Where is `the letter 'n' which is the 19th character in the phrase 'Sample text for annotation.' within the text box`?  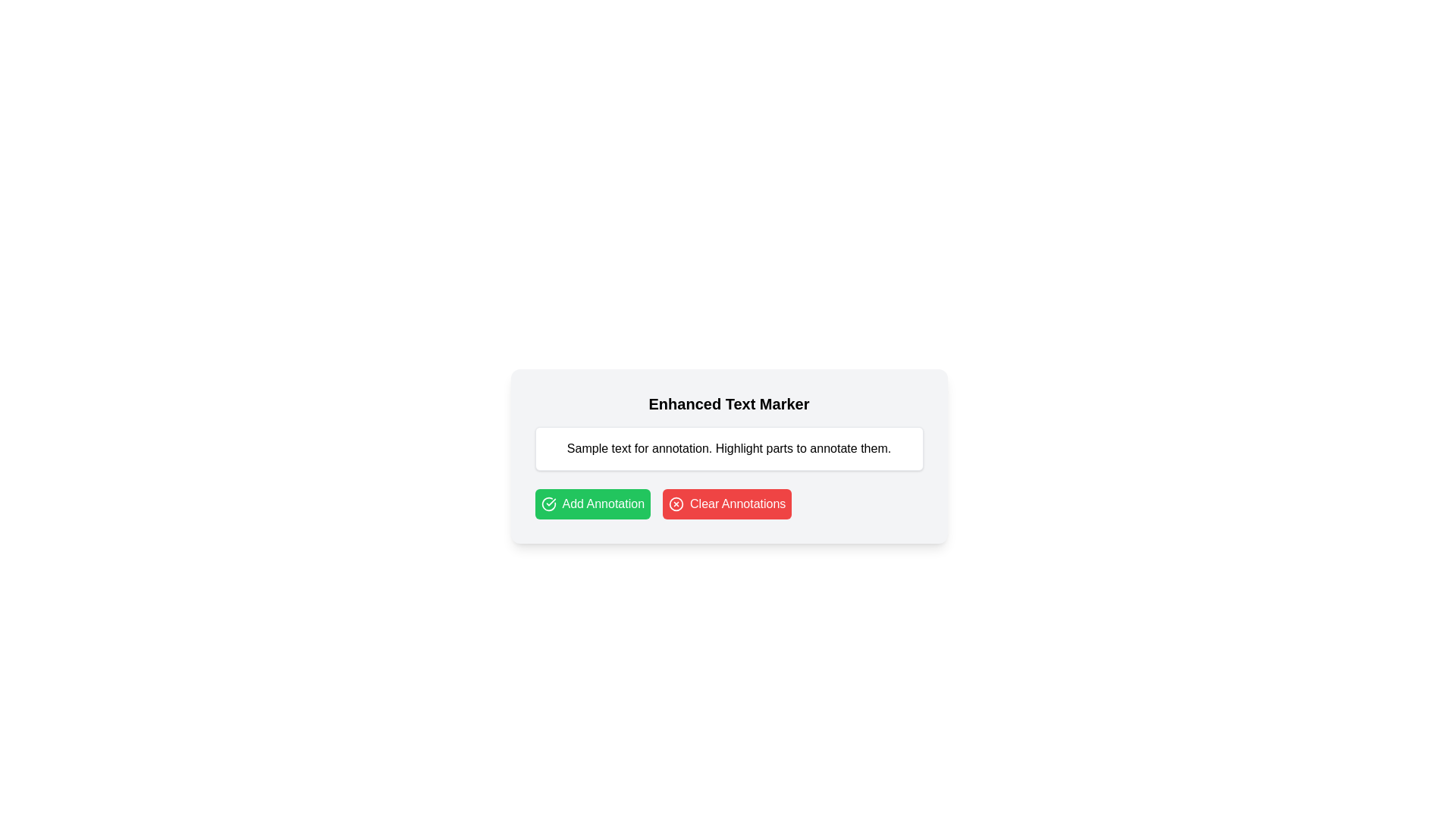
the letter 'n' which is the 19th character in the phrase 'Sample text for annotation.' within the text box is located at coordinates (668, 447).